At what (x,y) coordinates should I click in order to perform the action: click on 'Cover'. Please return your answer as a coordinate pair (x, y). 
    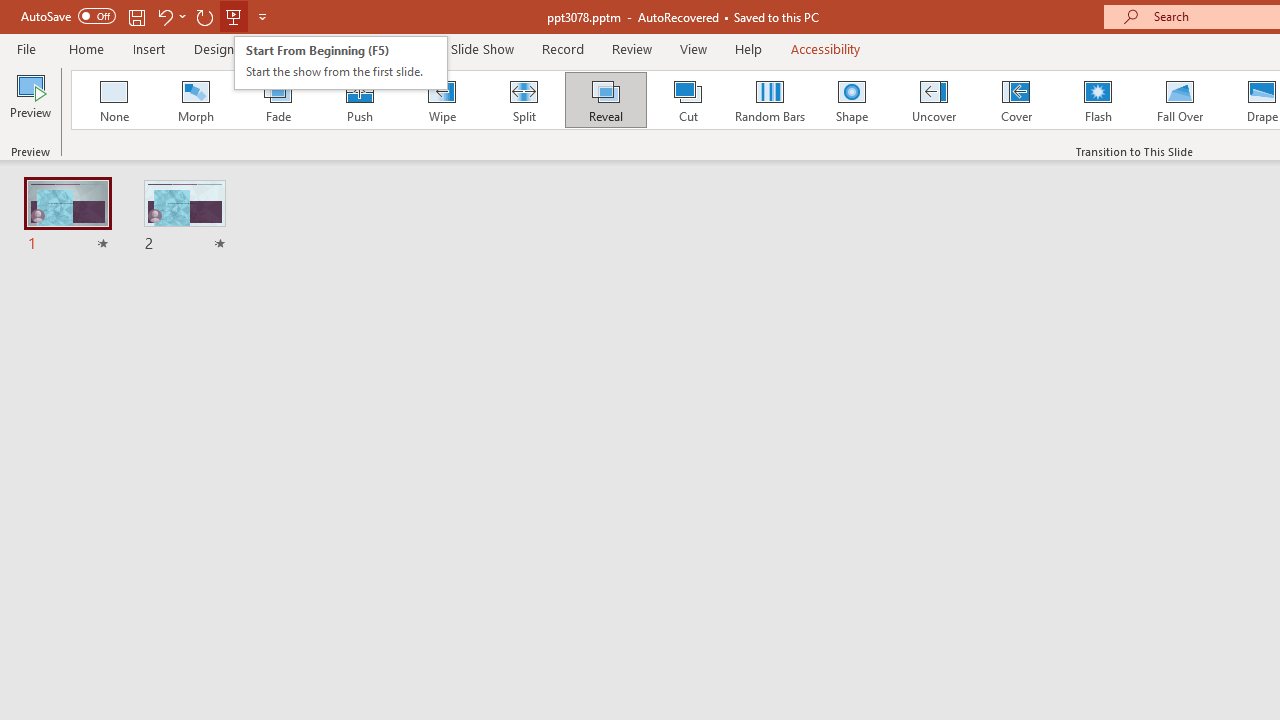
    Looking at the image, I should click on (1016, 100).